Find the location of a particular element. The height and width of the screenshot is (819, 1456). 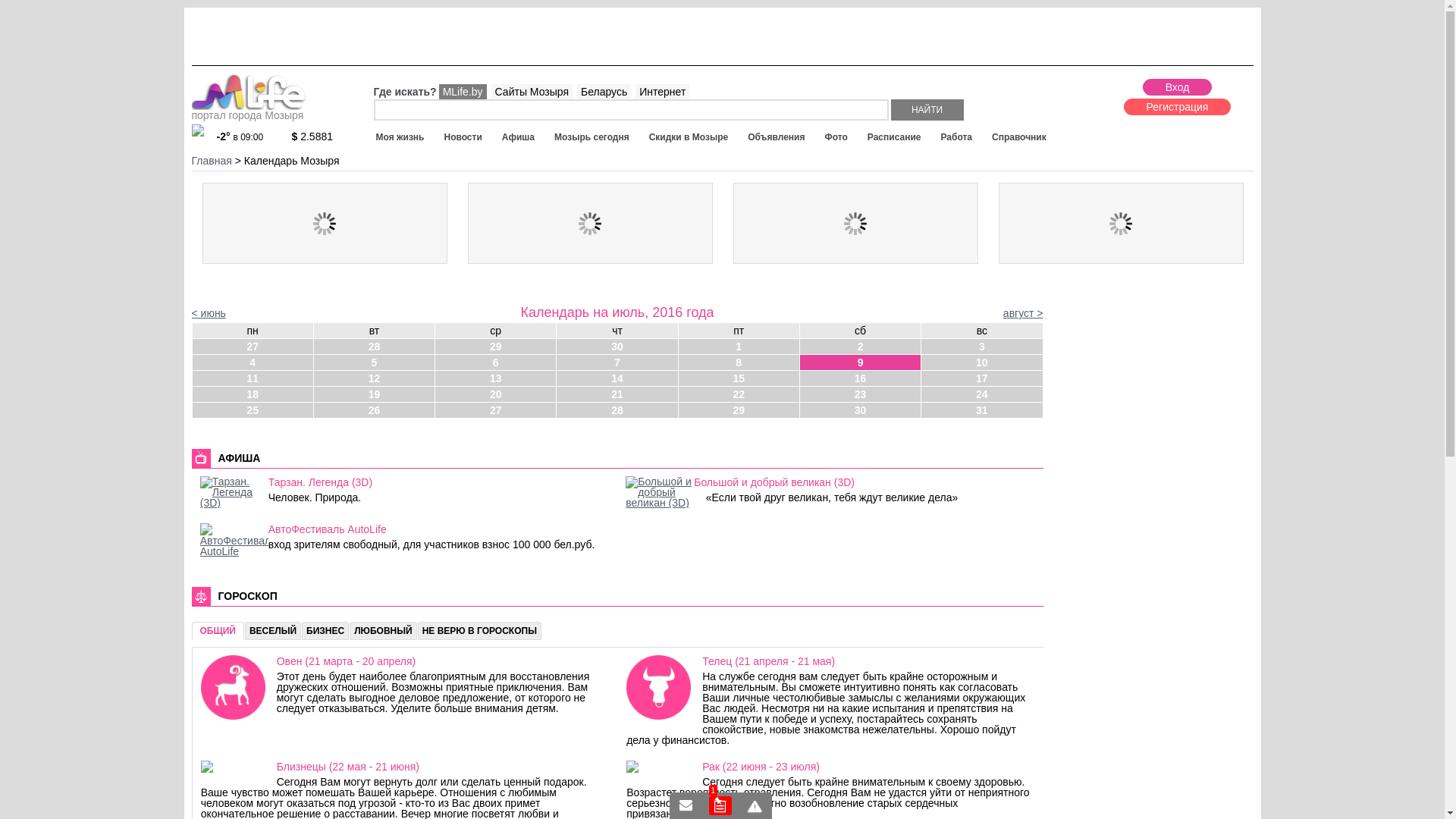

'3' is located at coordinates (920, 346).